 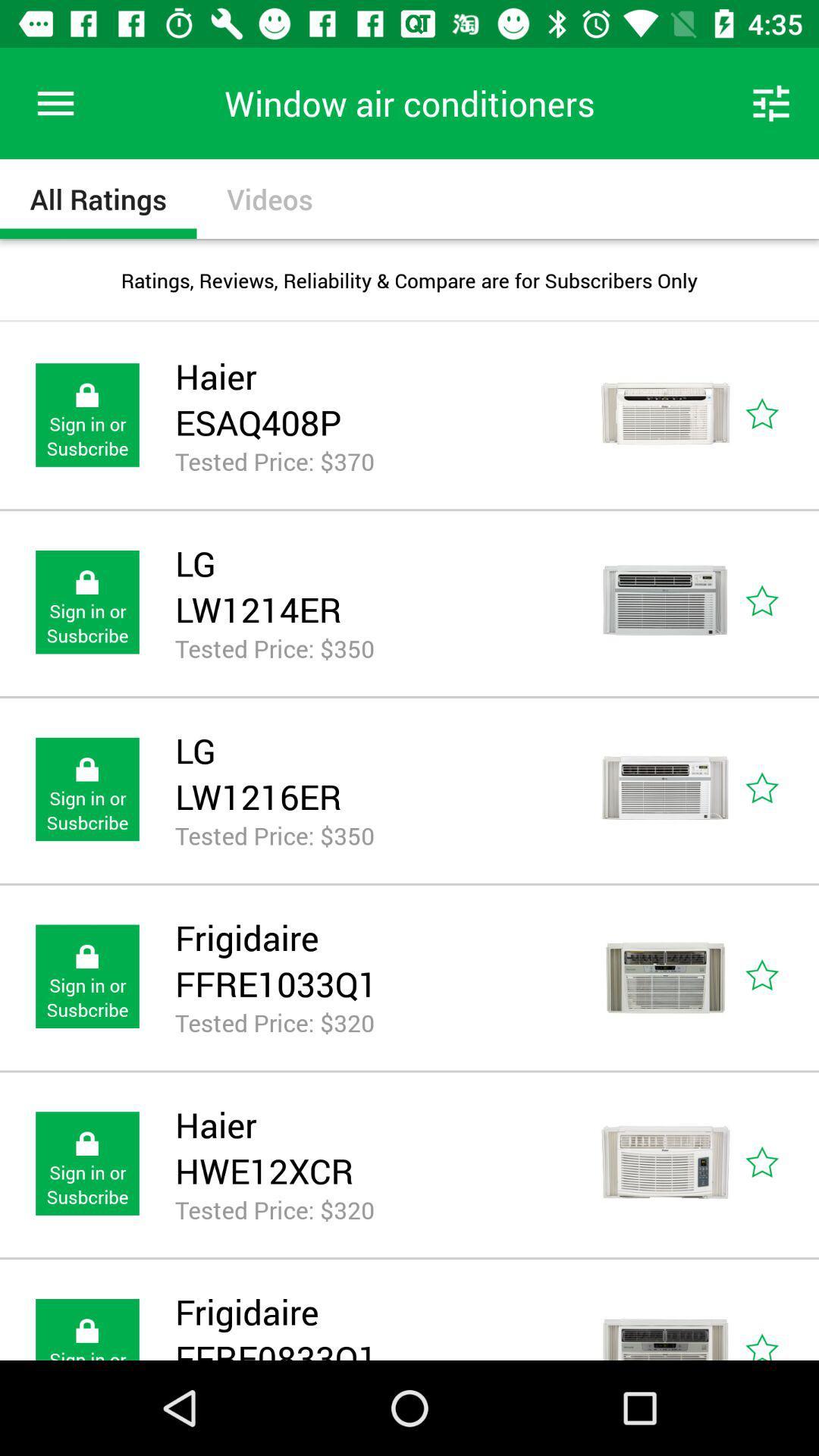 I want to click on item to the right of window air conditioners, so click(x=771, y=102).